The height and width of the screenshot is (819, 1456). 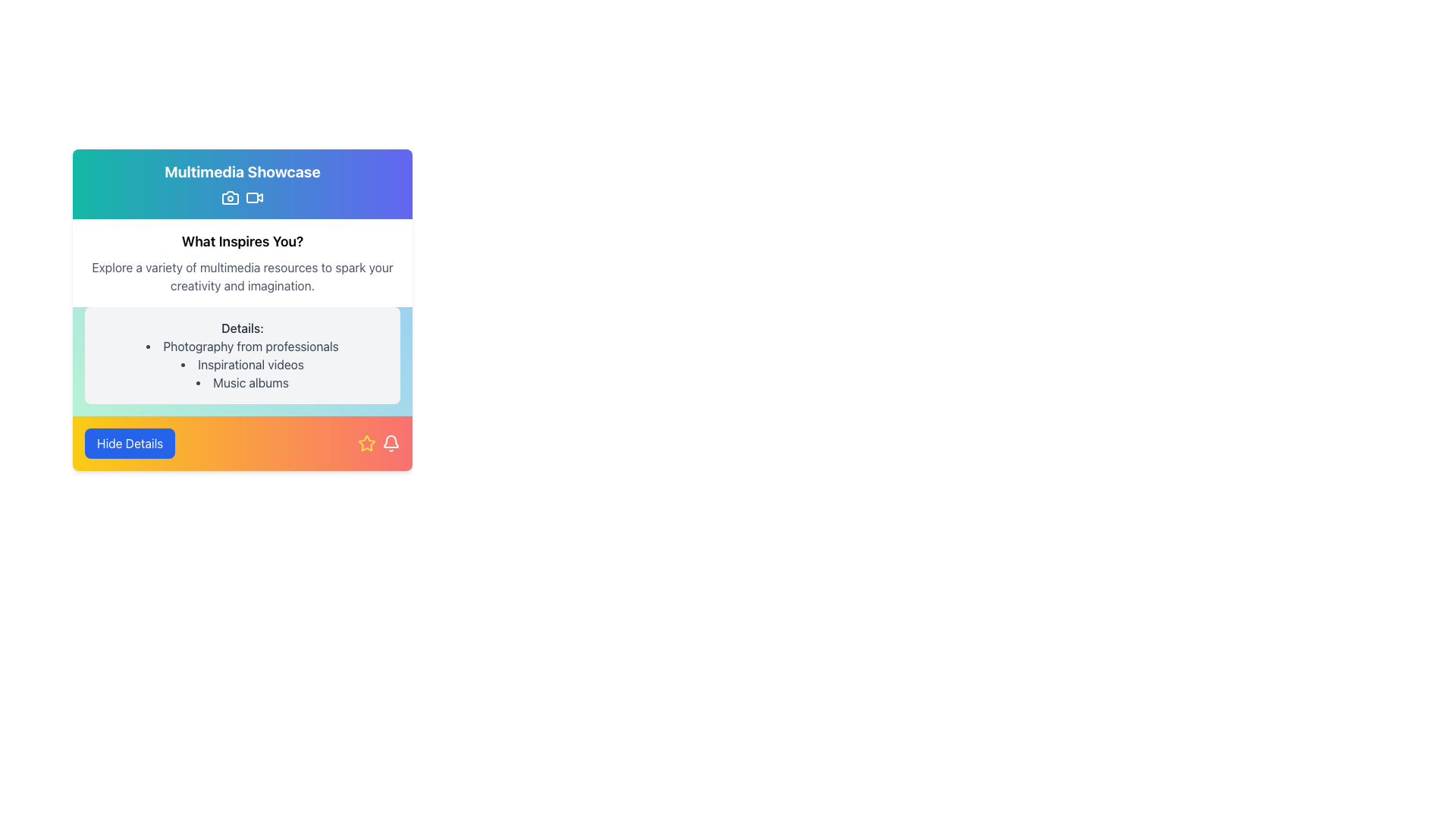 I want to click on the text label that categorically references 'Inspirational videos', located as the second item in a bulleted list within the card interface, so click(x=243, y=365).